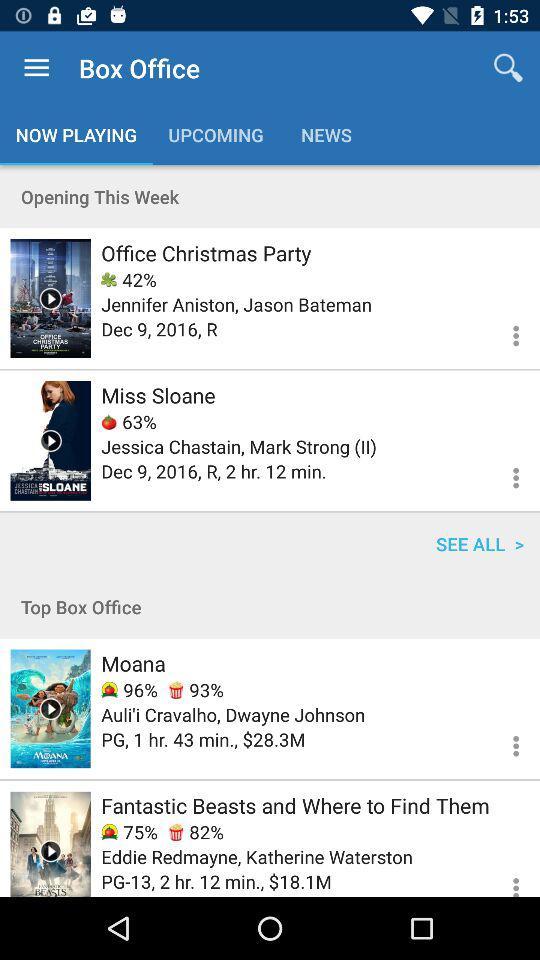  What do you see at coordinates (50, 297) in the screenshot?
I see `party` at bounding box center [50, 297].